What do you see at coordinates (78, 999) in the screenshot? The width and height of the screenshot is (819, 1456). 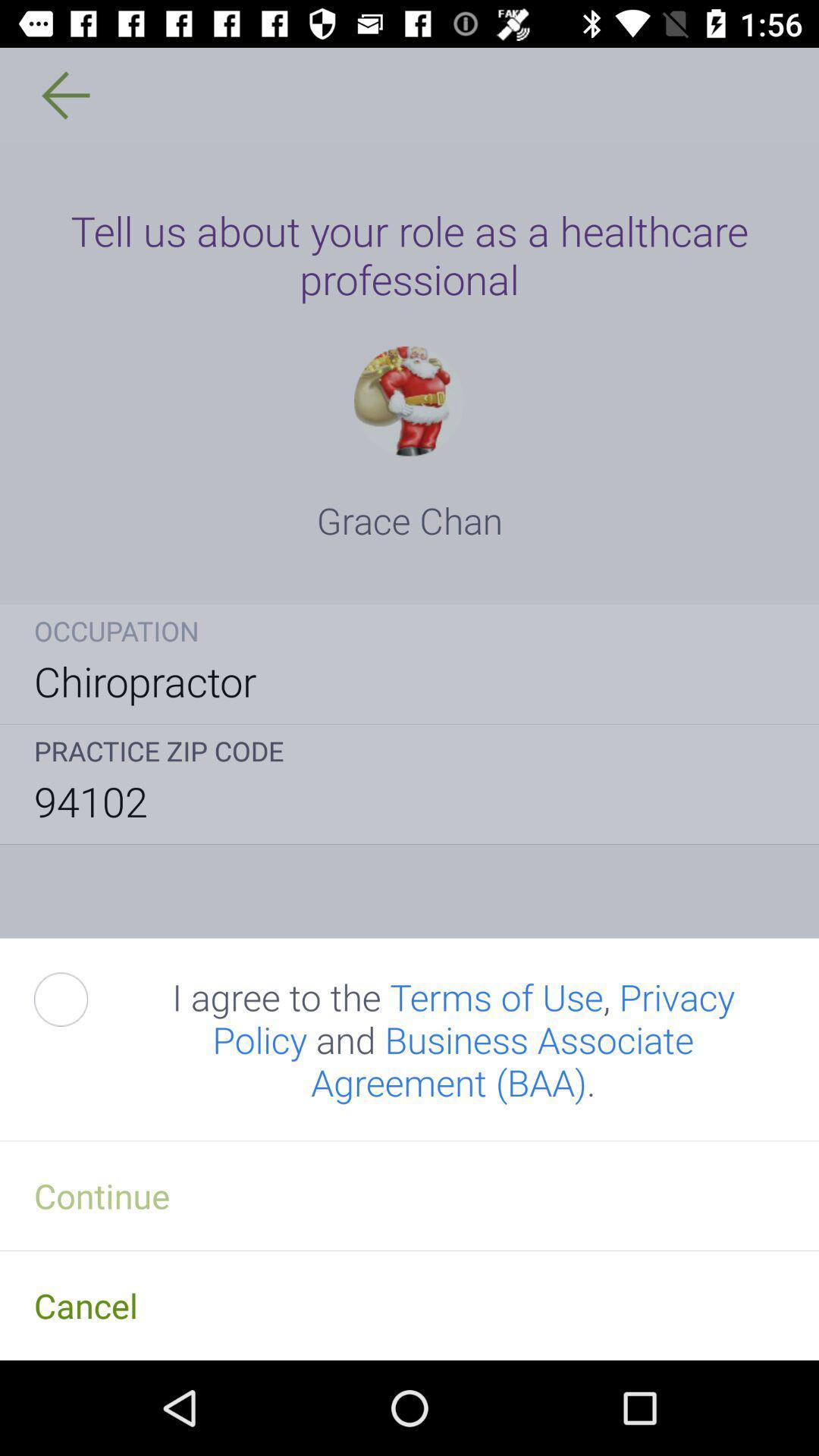 I see `the icon above the continue item` at bounding box center [78, 999].